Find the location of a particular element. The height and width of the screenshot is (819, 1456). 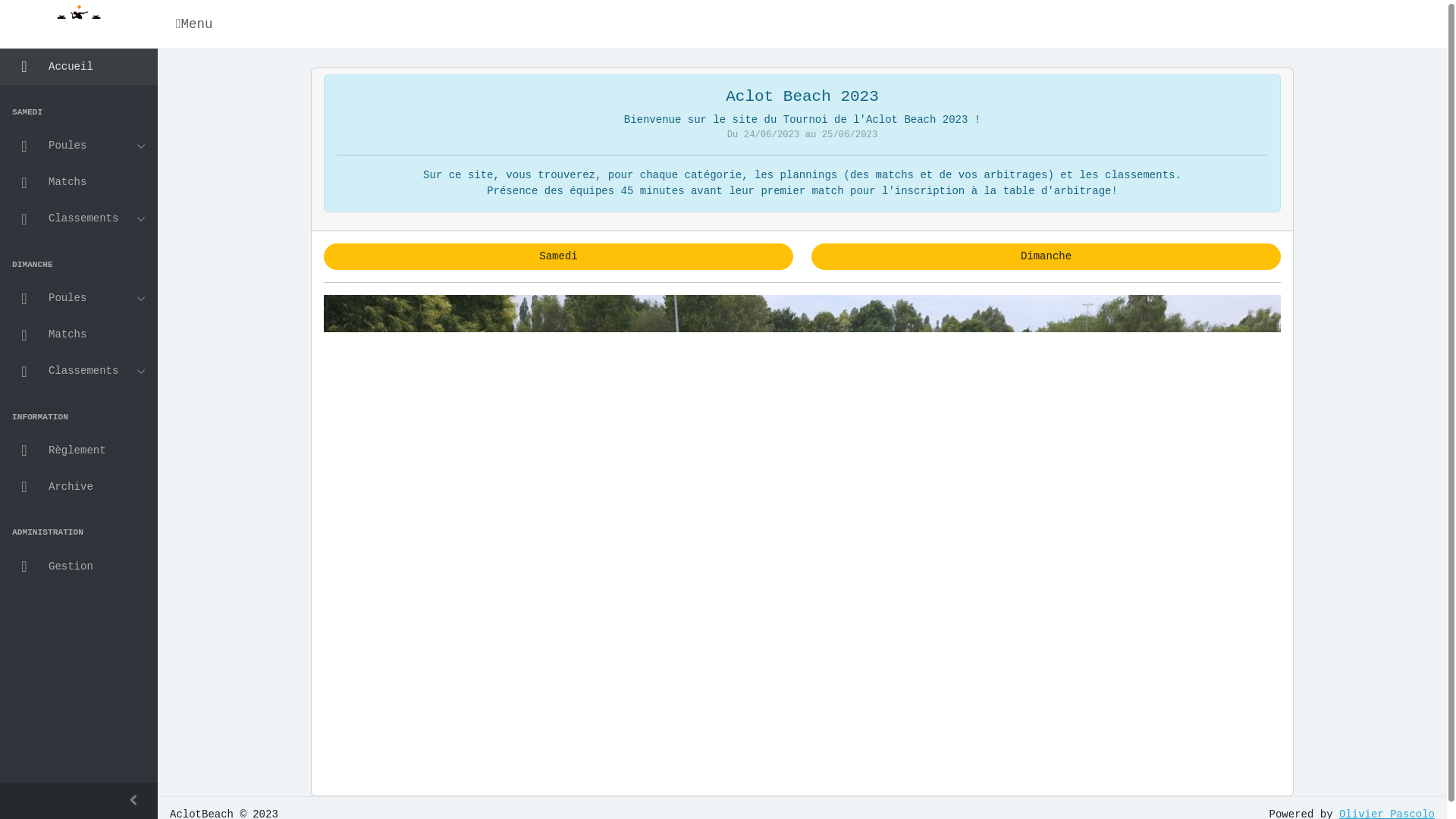

'Accueil' is located at coordinates (78, 66).